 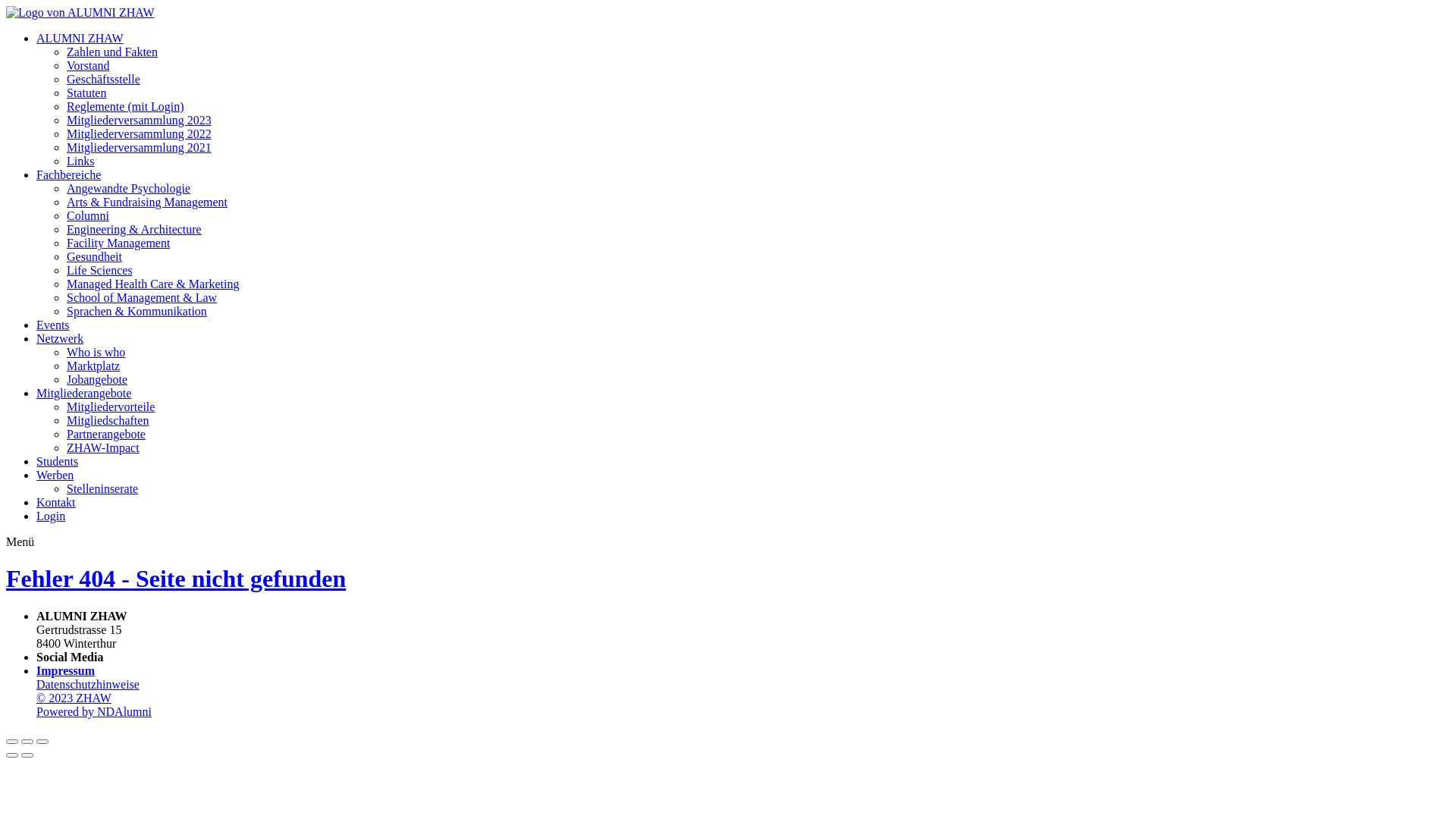 What do you see at coordinates (65, 297) in the screenshot?
I see `'School of Management & Law'` at bounding box center [65, 297].